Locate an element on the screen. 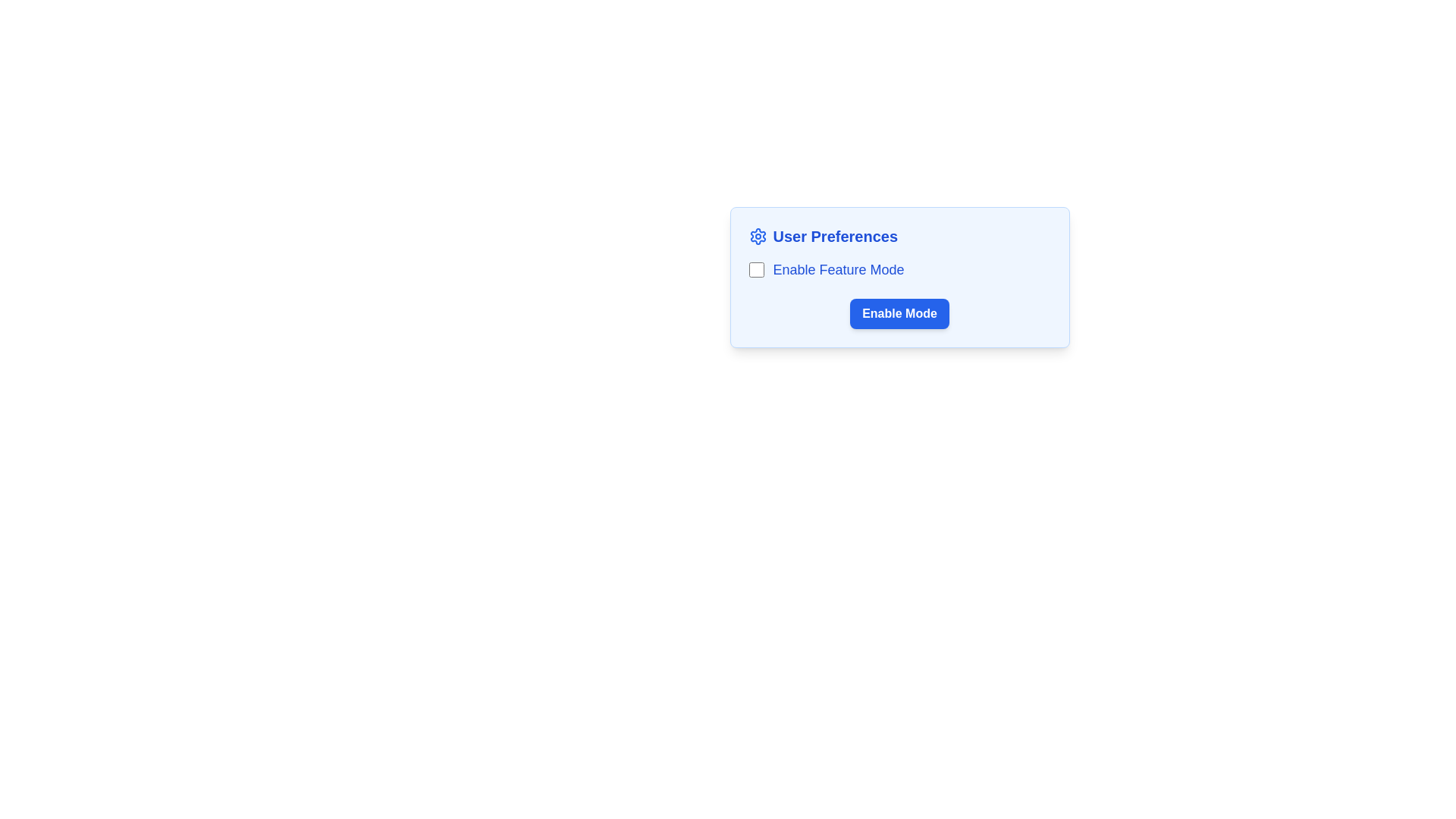 This screenshot has width=1456, height=819. the checkbox for enabling or disabling the feature mode is located at coordinates (756, 268).